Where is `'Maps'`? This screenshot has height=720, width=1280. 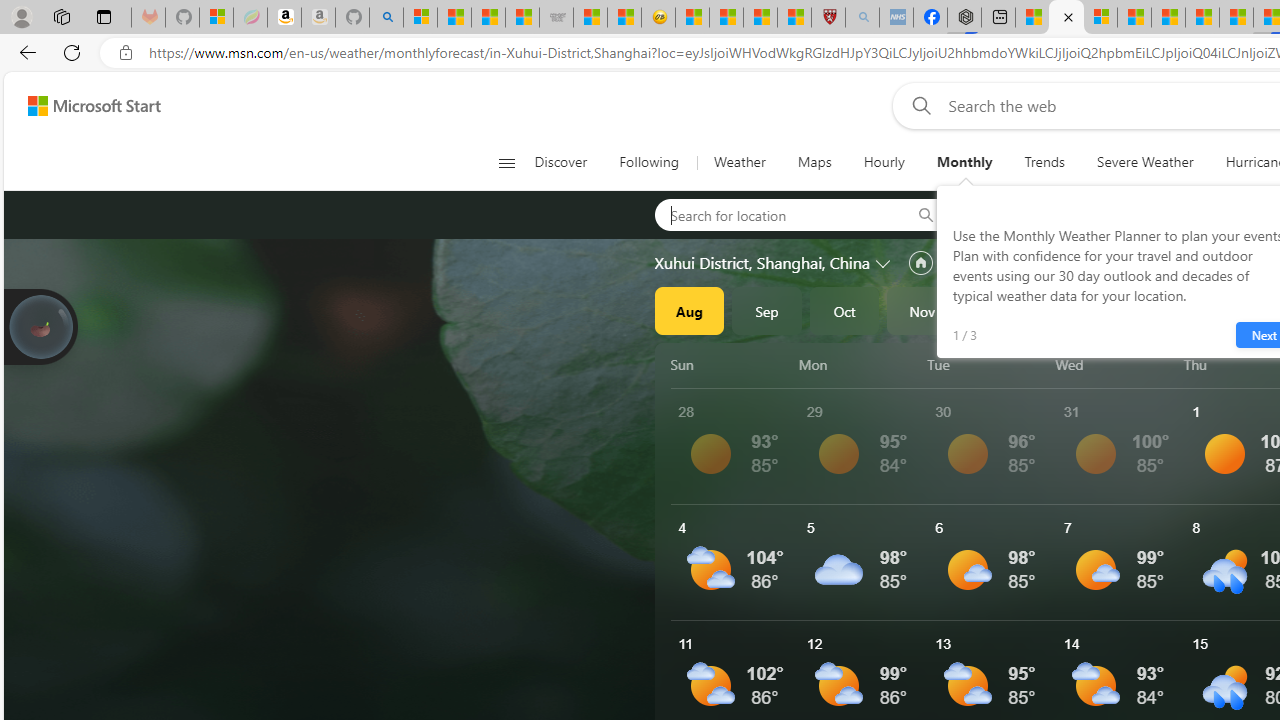
'Maps' is located at coordinates (814, 162).